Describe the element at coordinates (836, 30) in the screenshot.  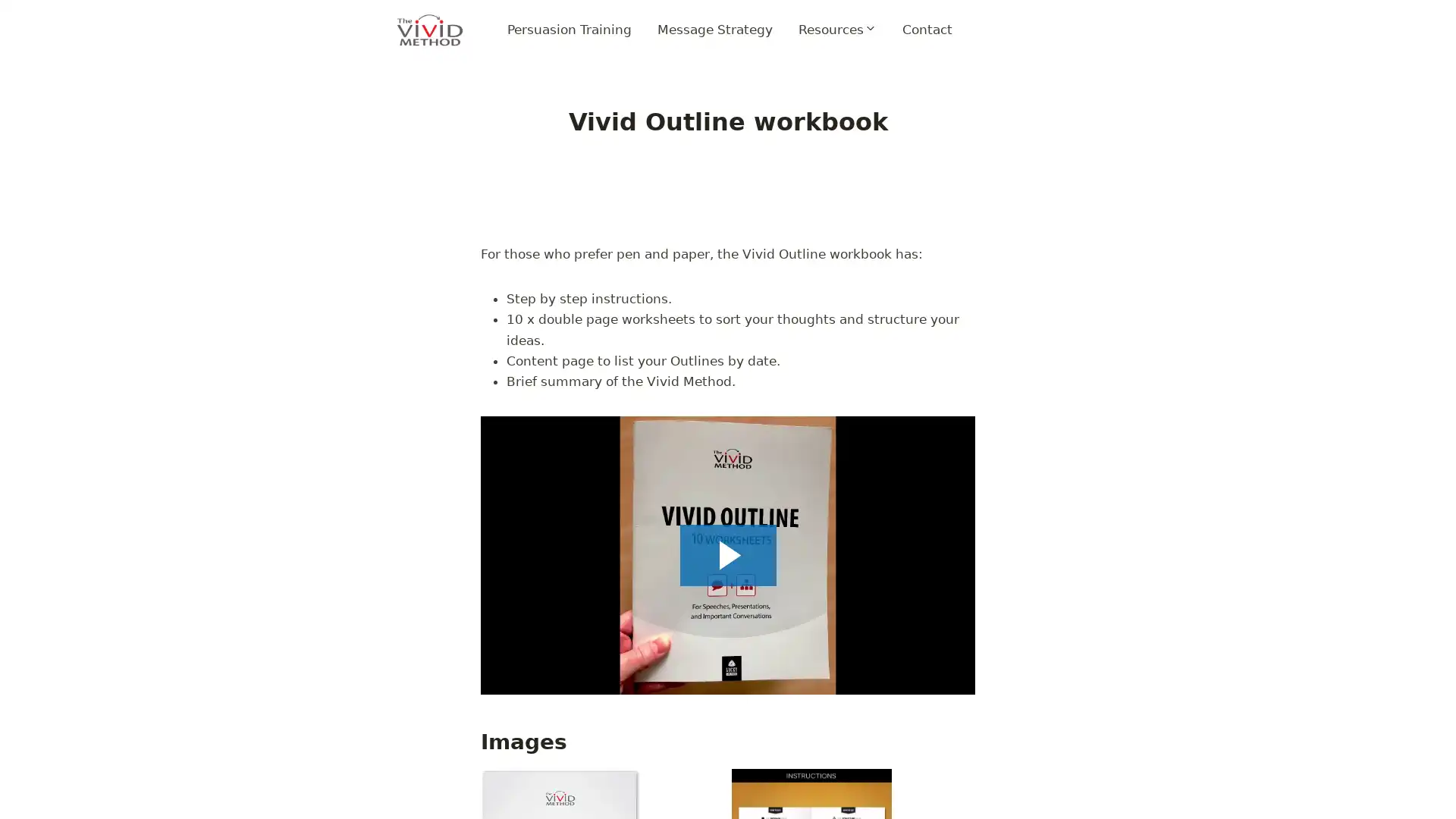
I see `Expand child menu` at that location.